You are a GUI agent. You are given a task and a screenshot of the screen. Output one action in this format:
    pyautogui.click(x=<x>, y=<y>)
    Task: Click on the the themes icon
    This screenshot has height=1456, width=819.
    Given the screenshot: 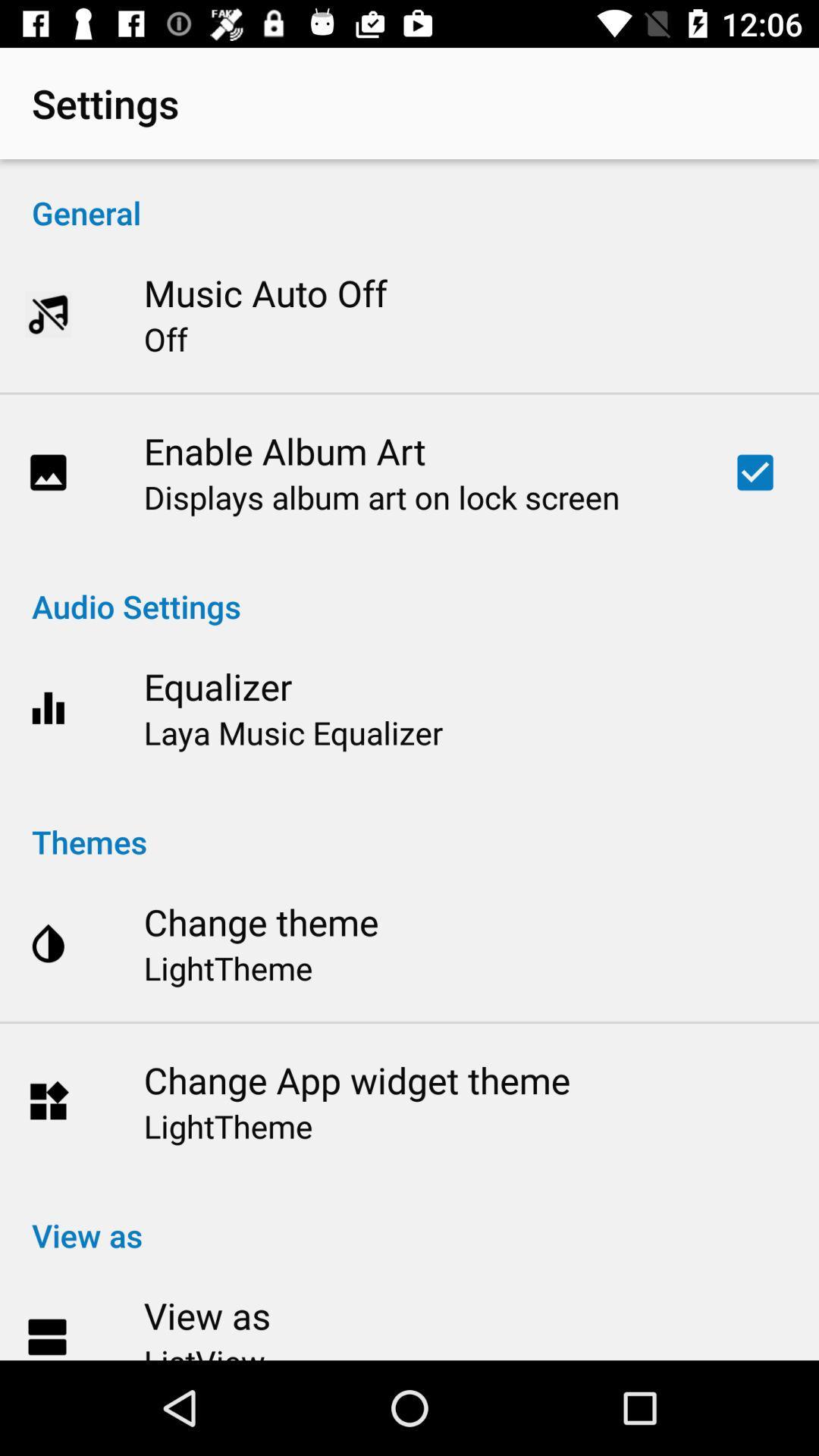 What is the action you would take?
    pyautogui.click(x=409, y=825)
    